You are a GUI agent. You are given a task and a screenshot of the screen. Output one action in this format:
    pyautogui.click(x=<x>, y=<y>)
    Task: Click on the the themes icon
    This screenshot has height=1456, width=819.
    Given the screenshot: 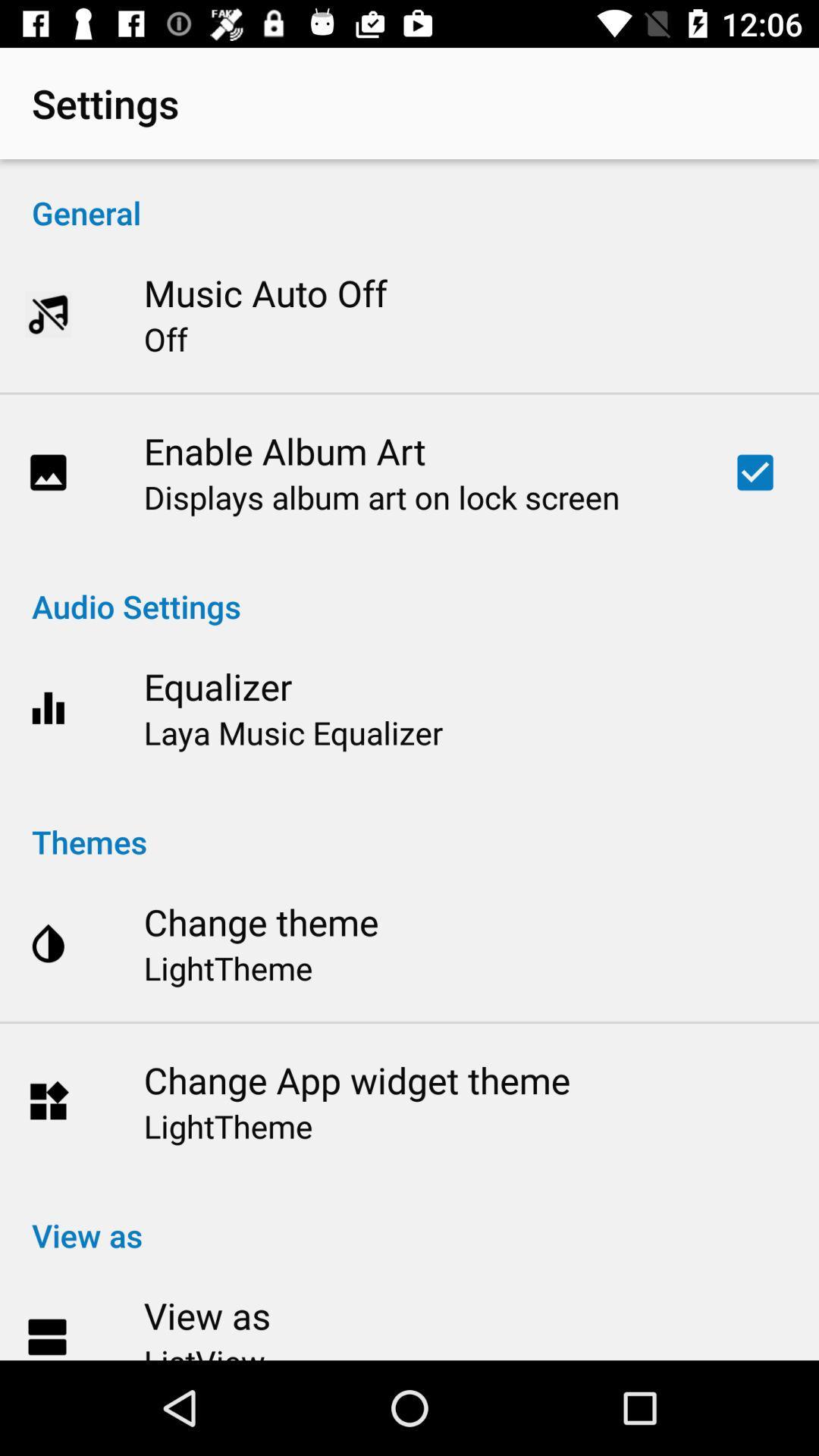 What is the action you would take?
    pyautogui.click(x=409, y=825)
    